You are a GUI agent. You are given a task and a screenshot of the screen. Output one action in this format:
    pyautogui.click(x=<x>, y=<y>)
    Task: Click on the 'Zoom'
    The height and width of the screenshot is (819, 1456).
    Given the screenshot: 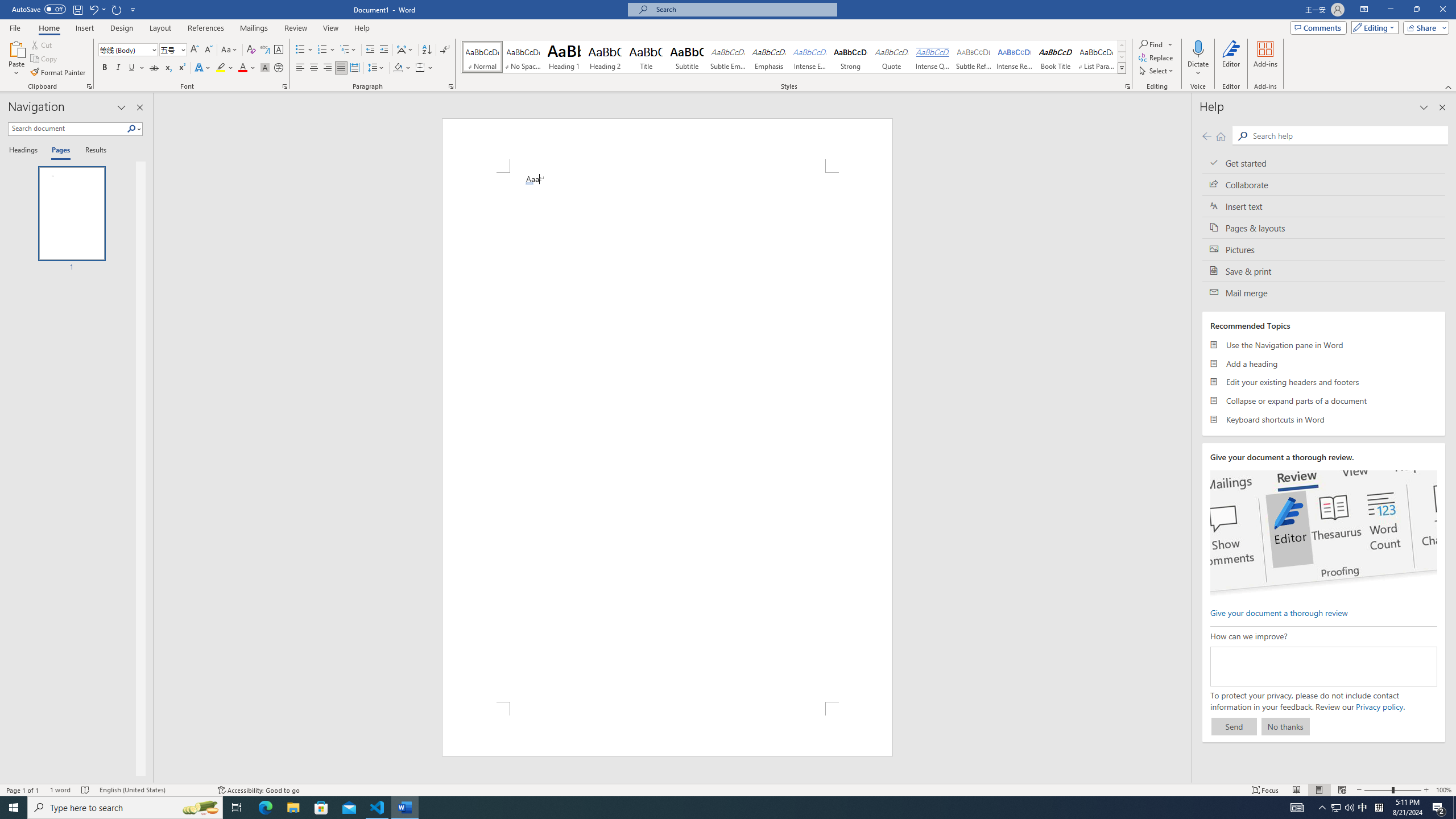 What is the action you would take?
    pyautogui.click(x=1392, y=790)
    